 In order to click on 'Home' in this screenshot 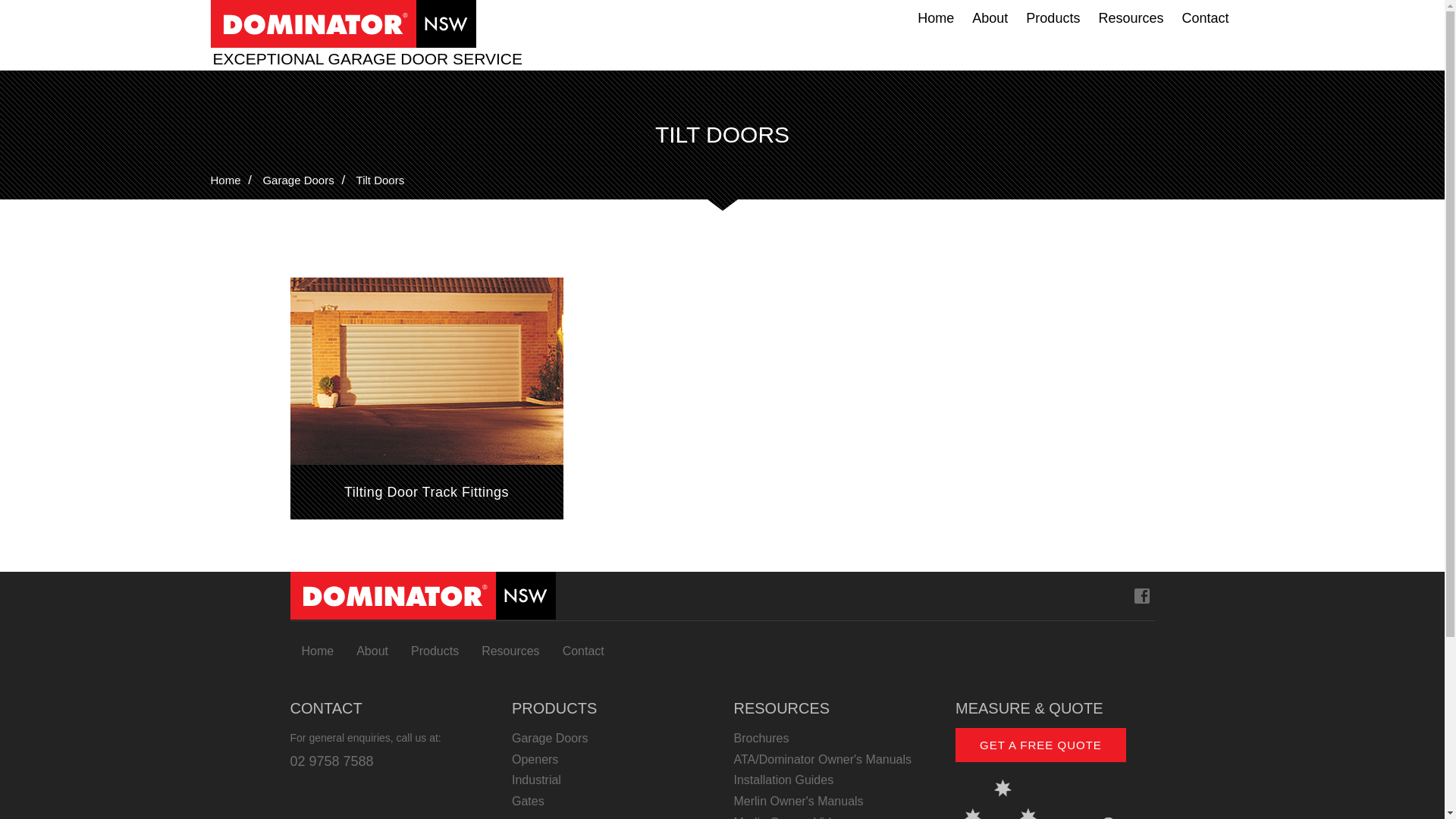, I will do `click(934, 17)`.